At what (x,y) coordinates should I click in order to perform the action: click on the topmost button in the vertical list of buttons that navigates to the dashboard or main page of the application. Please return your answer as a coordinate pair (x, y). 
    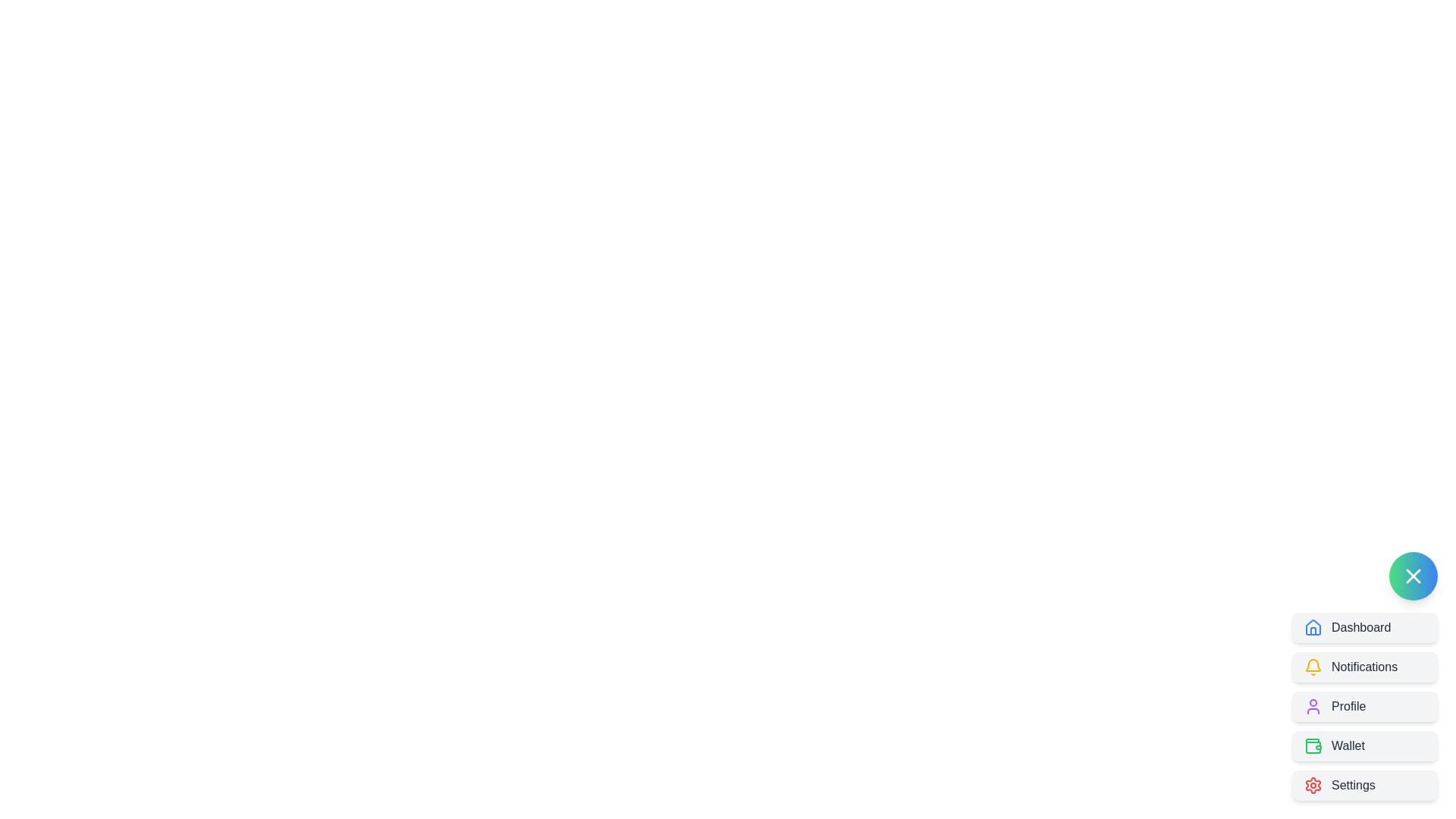
    Looking at the image, I should click on (1365, 628).